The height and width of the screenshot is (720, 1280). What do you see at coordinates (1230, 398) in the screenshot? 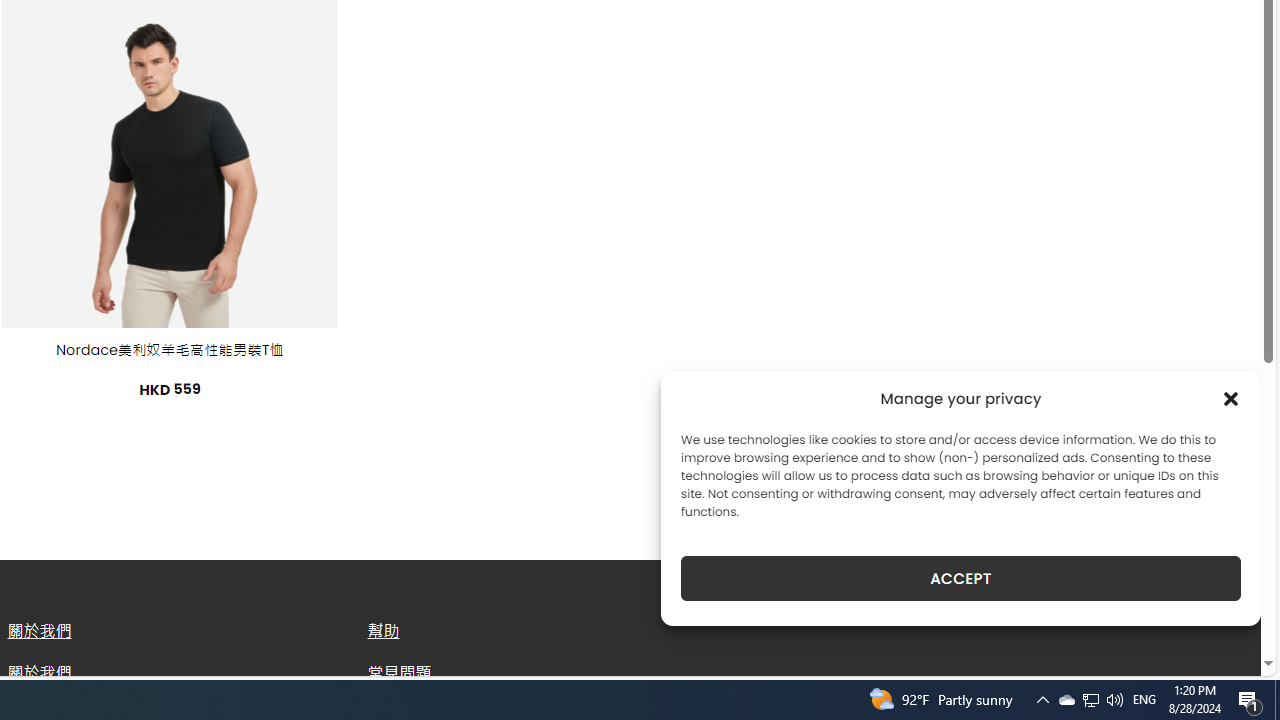
I see `'Class: cmplz-close'` at bounding box center [1230, 398].